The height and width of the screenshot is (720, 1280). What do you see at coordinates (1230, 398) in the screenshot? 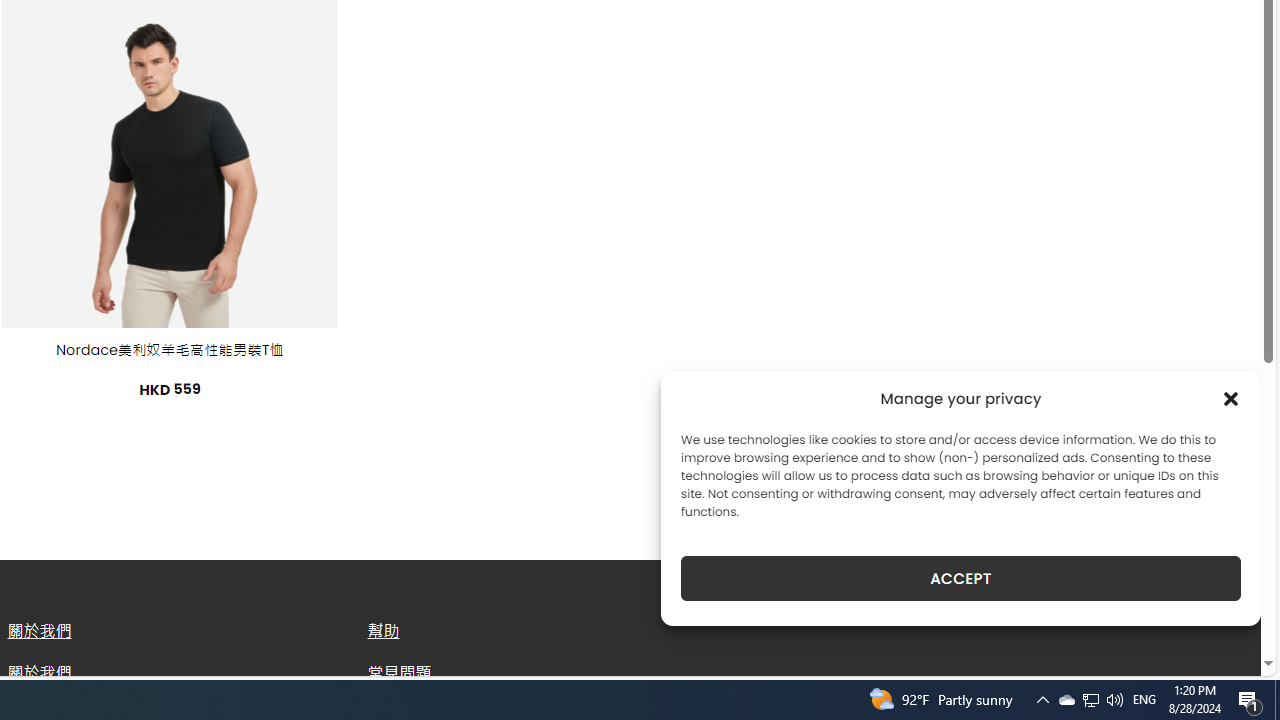
I see `'Class: cmplz-close'` at bounding box center [1230, 398].